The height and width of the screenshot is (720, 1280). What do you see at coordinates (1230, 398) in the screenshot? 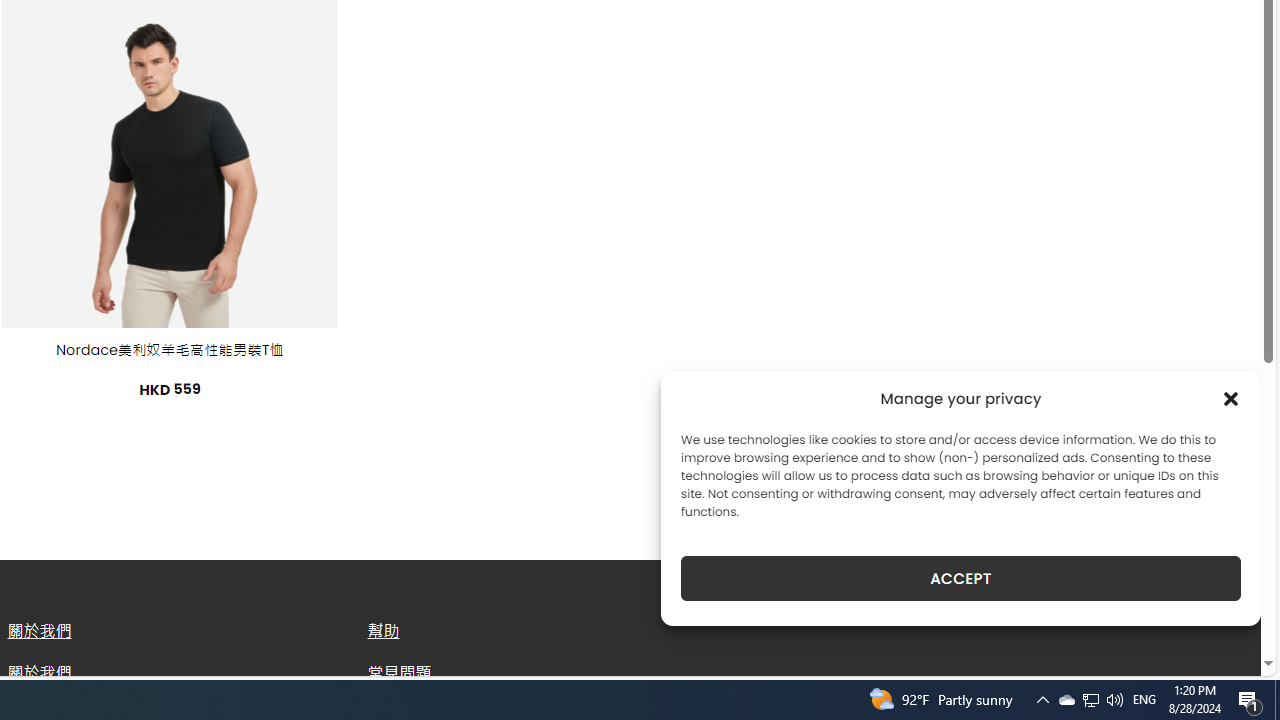
I see `'Class: cmplz-close'` at bounding box center [1230, 398].